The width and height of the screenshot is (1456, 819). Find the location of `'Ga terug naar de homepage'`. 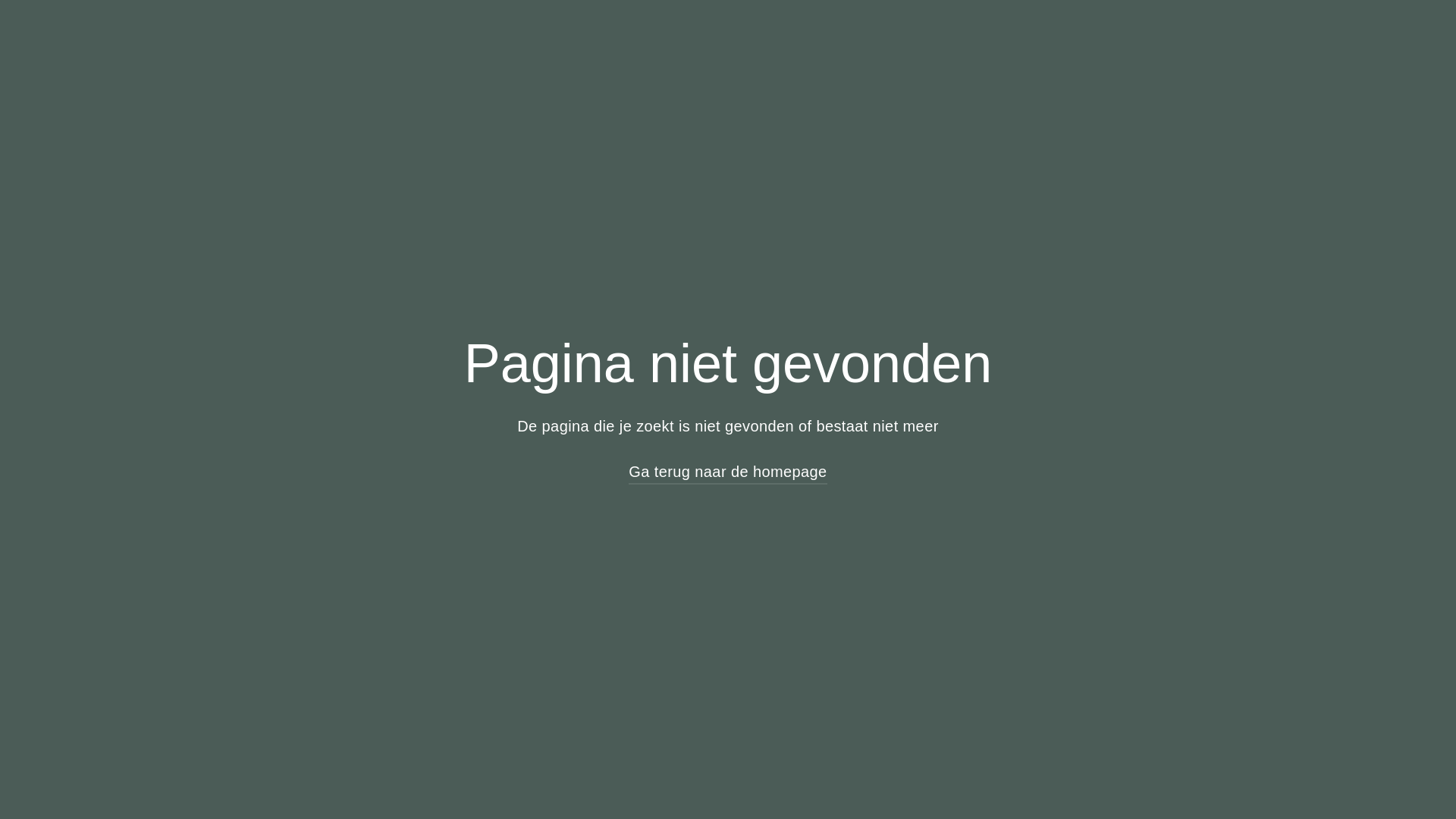

'Ga terug naar de homepage' is located at coordinates (726, 470).